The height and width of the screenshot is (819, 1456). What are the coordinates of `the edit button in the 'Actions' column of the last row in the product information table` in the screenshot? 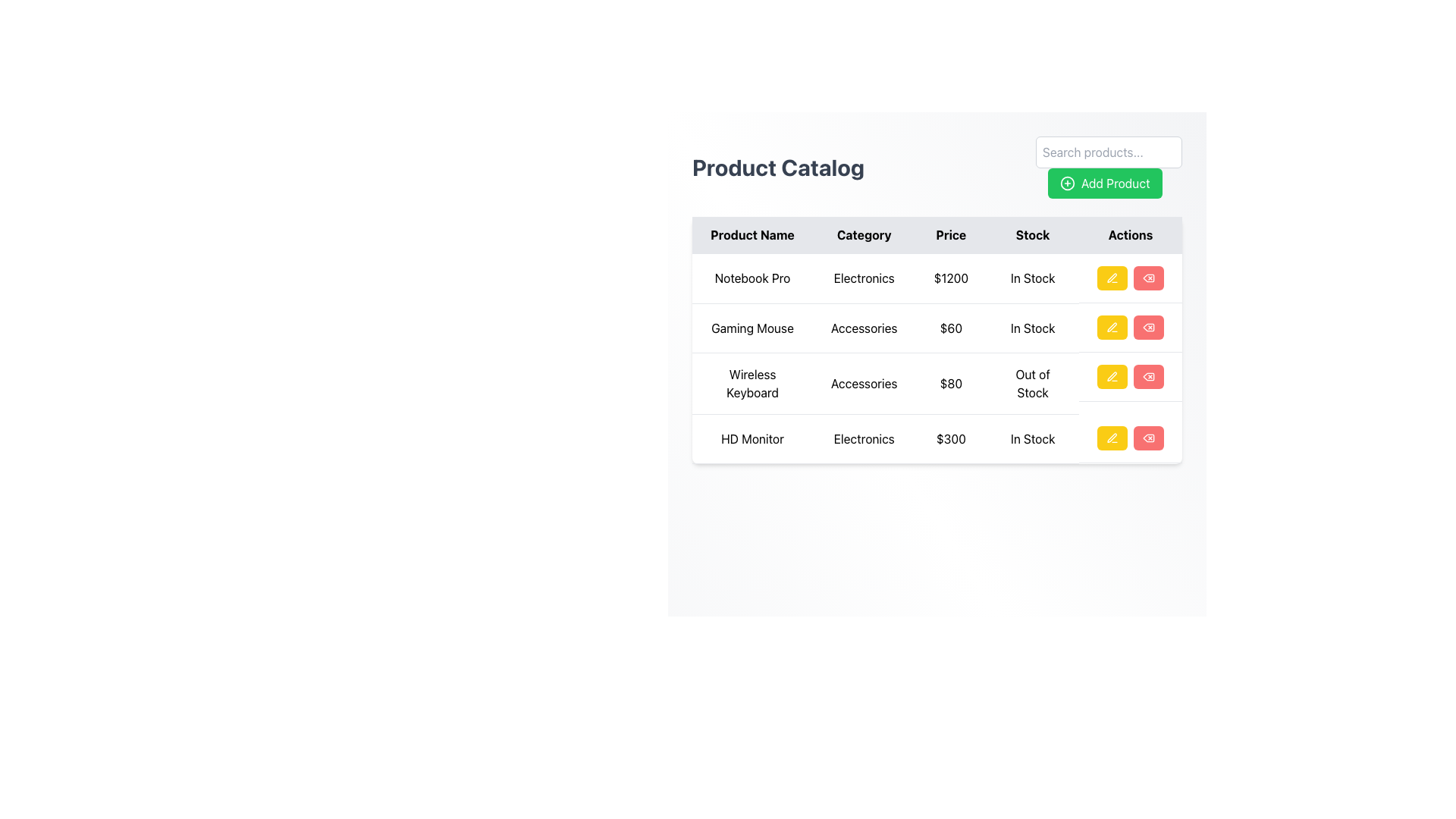 It's located at (1112, 438).